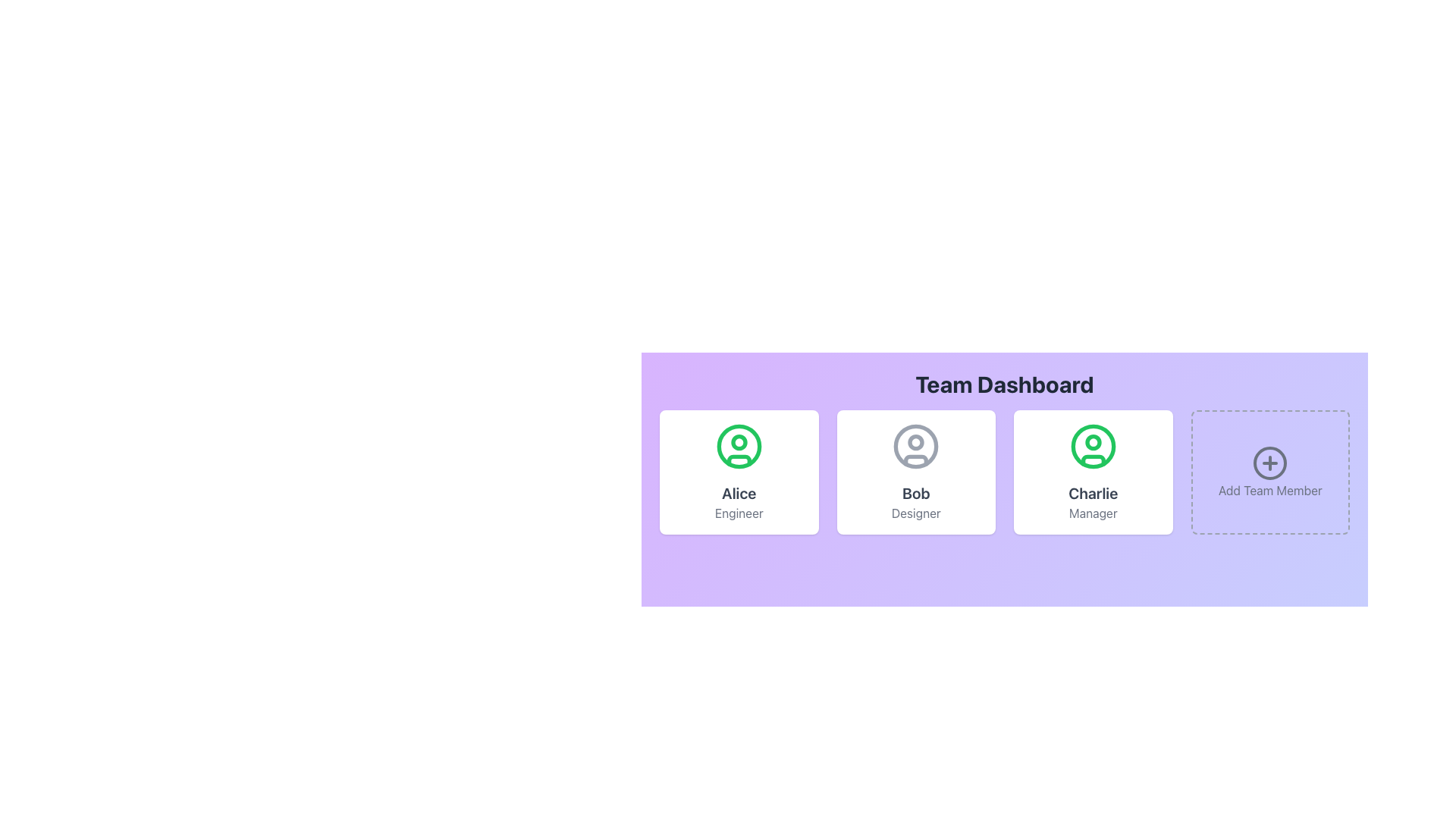  What do you see at coordinates (1270, 472) in the screenshot?
I see `the 'Add Team Member' button, which is a rectangular card with a dashed border and a circular '+' icon, located at the far-right of the team members grid` at bounding box center [1270, 472].